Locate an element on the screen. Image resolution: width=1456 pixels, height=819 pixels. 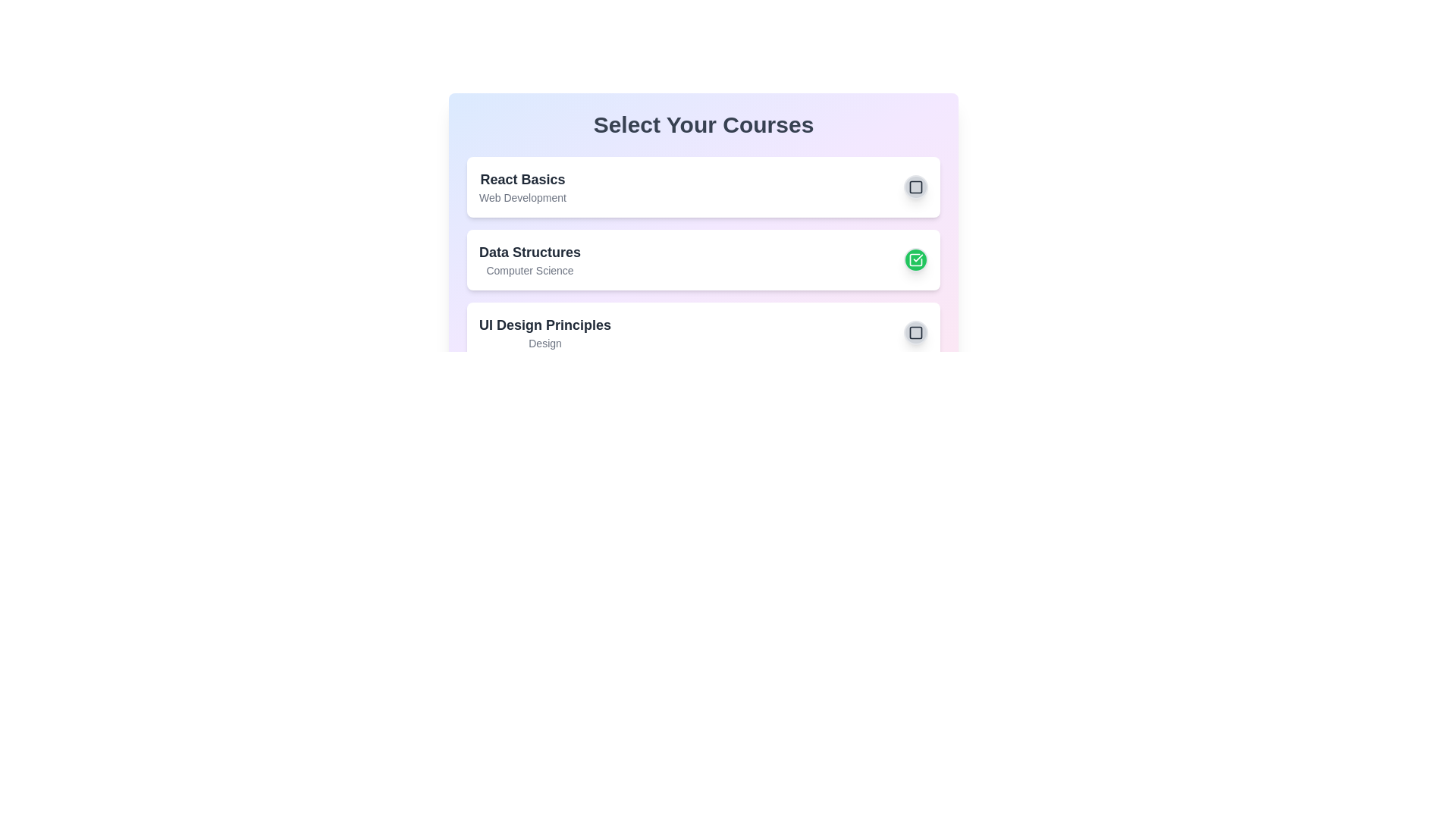
the main heading 'Select Your Courses' is located at coordinates (702, 124).